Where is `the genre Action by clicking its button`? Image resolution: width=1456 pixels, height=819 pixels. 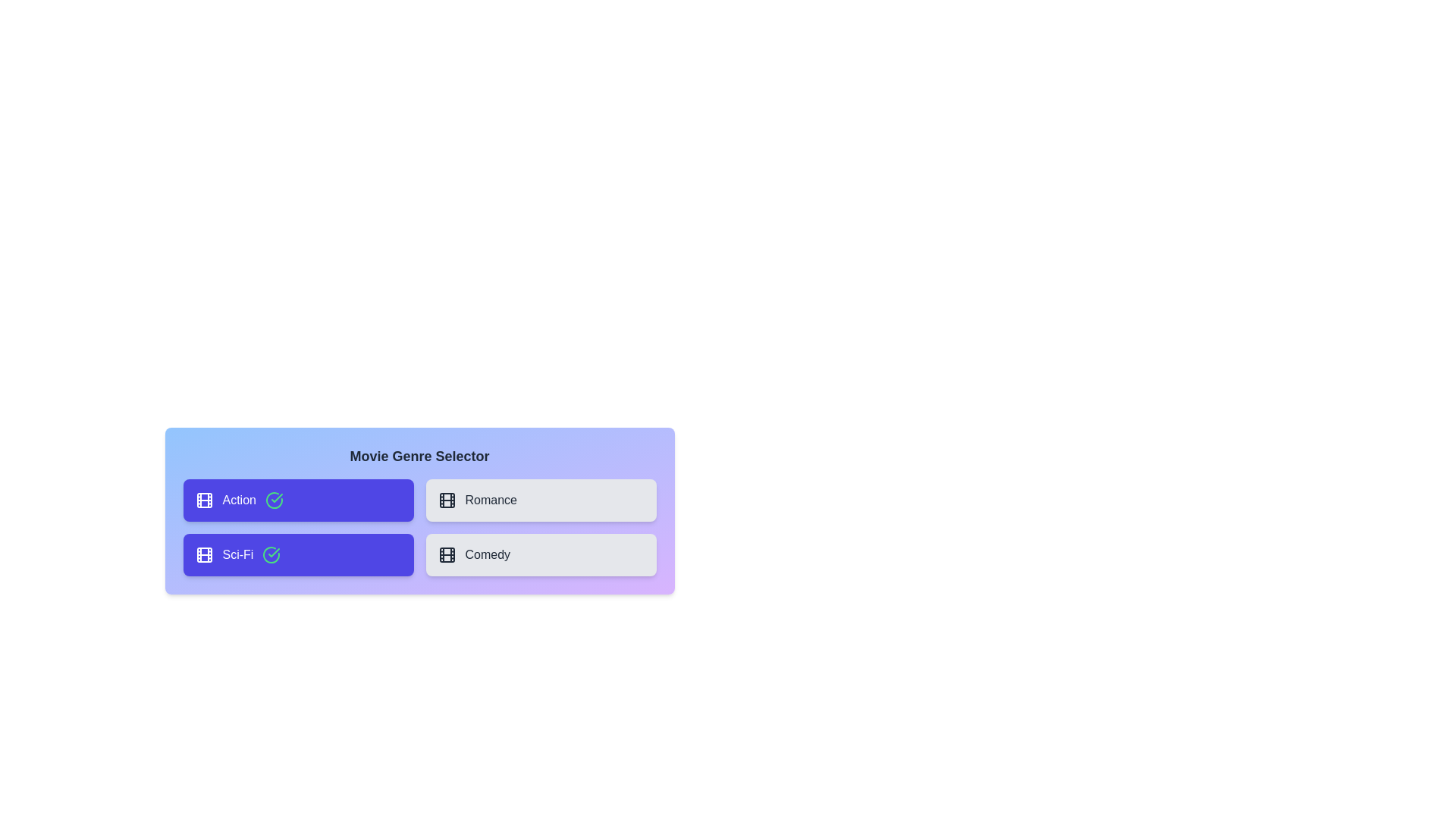 the genre Action by clicking its button is located at coordinates (298, 500).